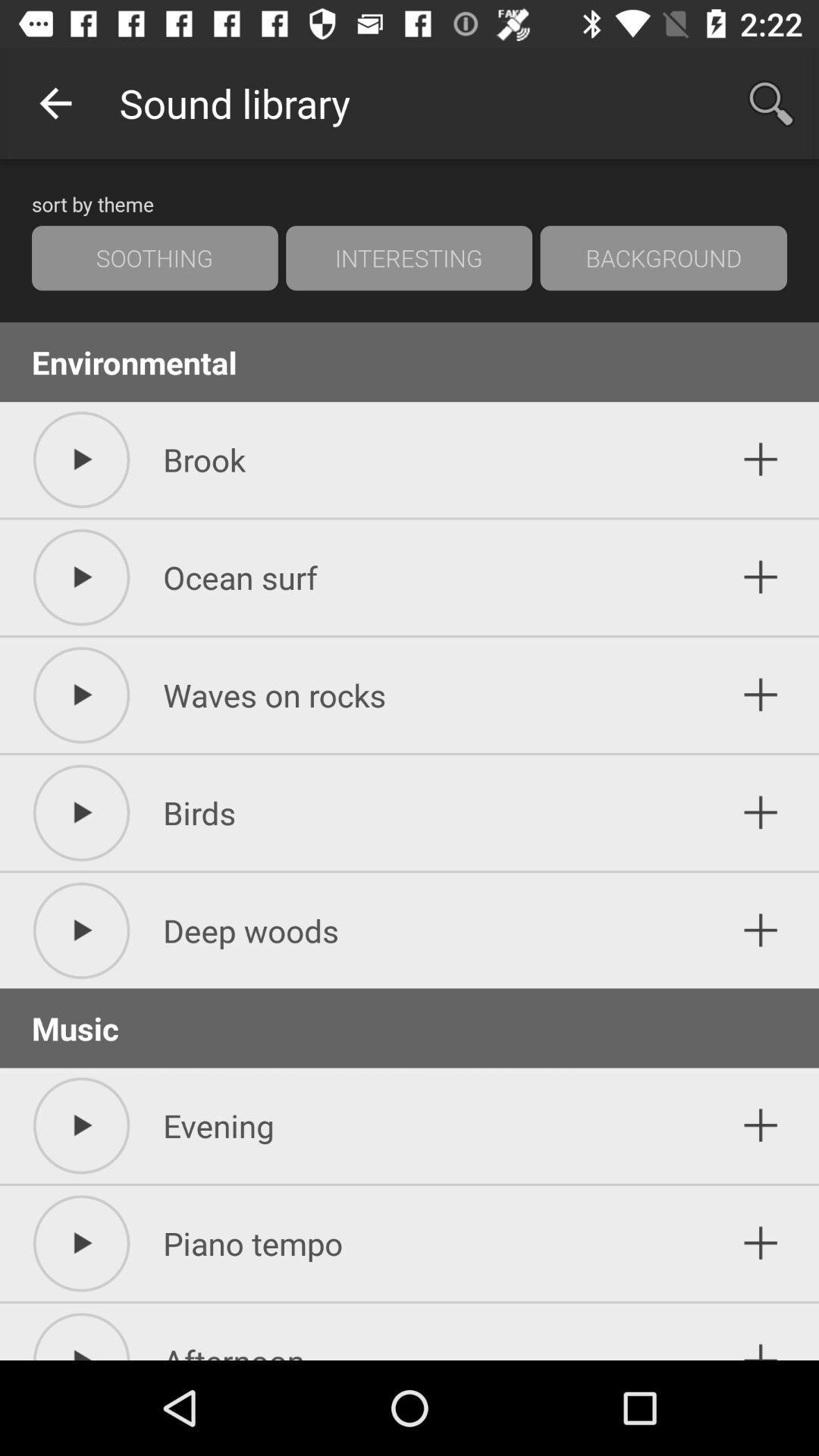 Image resolution: width=819 pixels, height=1456 pixels. Describe the element at coordinates (761, 694) in the screenshot. I see `to list` at that location.